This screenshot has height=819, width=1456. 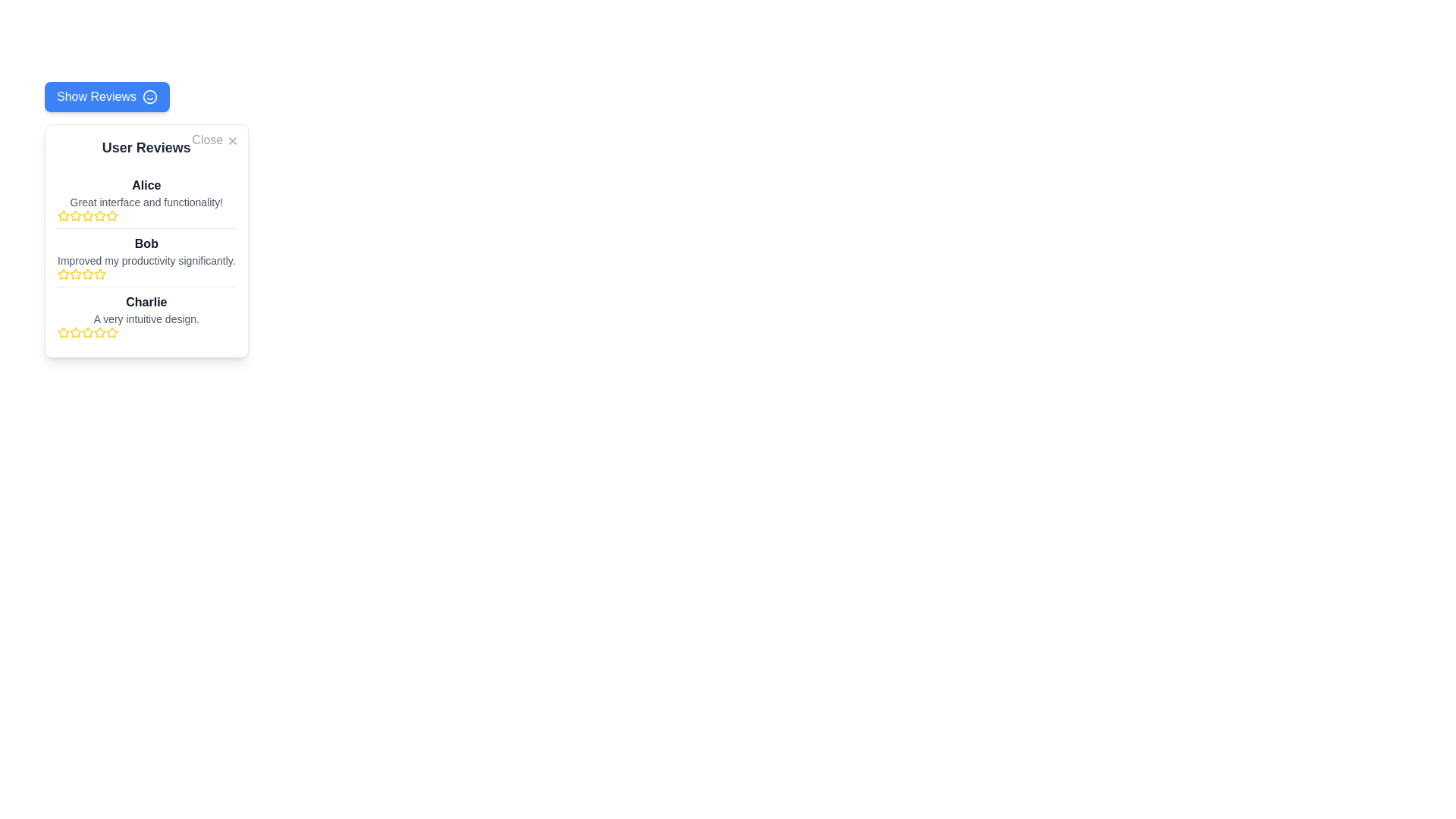 What do you see at coordinates (146, 259) in the screenshot?
I see `the text block displaying 'Improved my productivity significantly.' located under the name 'Bob' in the user review section` at bounding box center [146, 259].